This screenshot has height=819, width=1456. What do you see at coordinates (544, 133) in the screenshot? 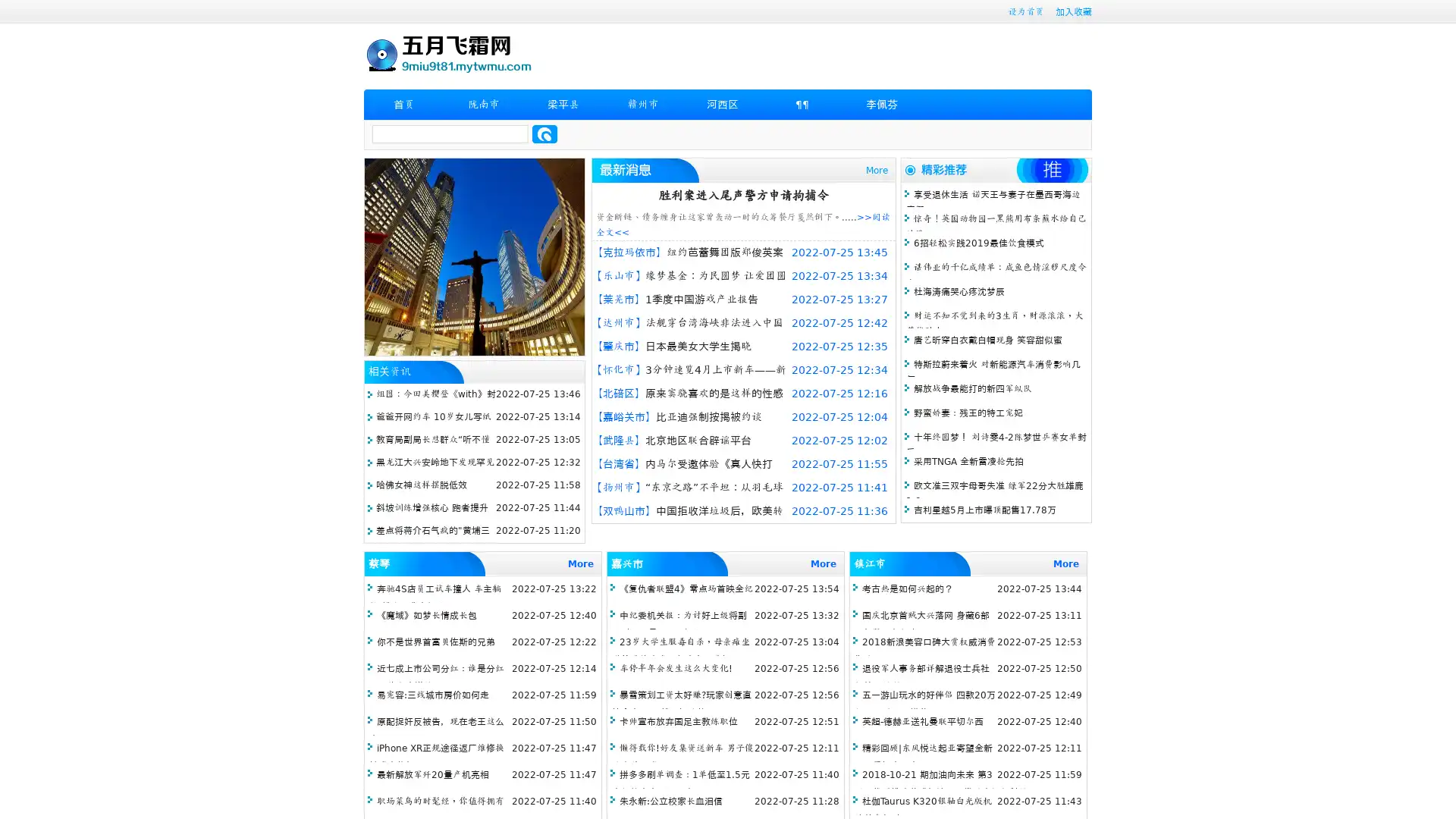
I see `Search` at bounding box center [544, 133].